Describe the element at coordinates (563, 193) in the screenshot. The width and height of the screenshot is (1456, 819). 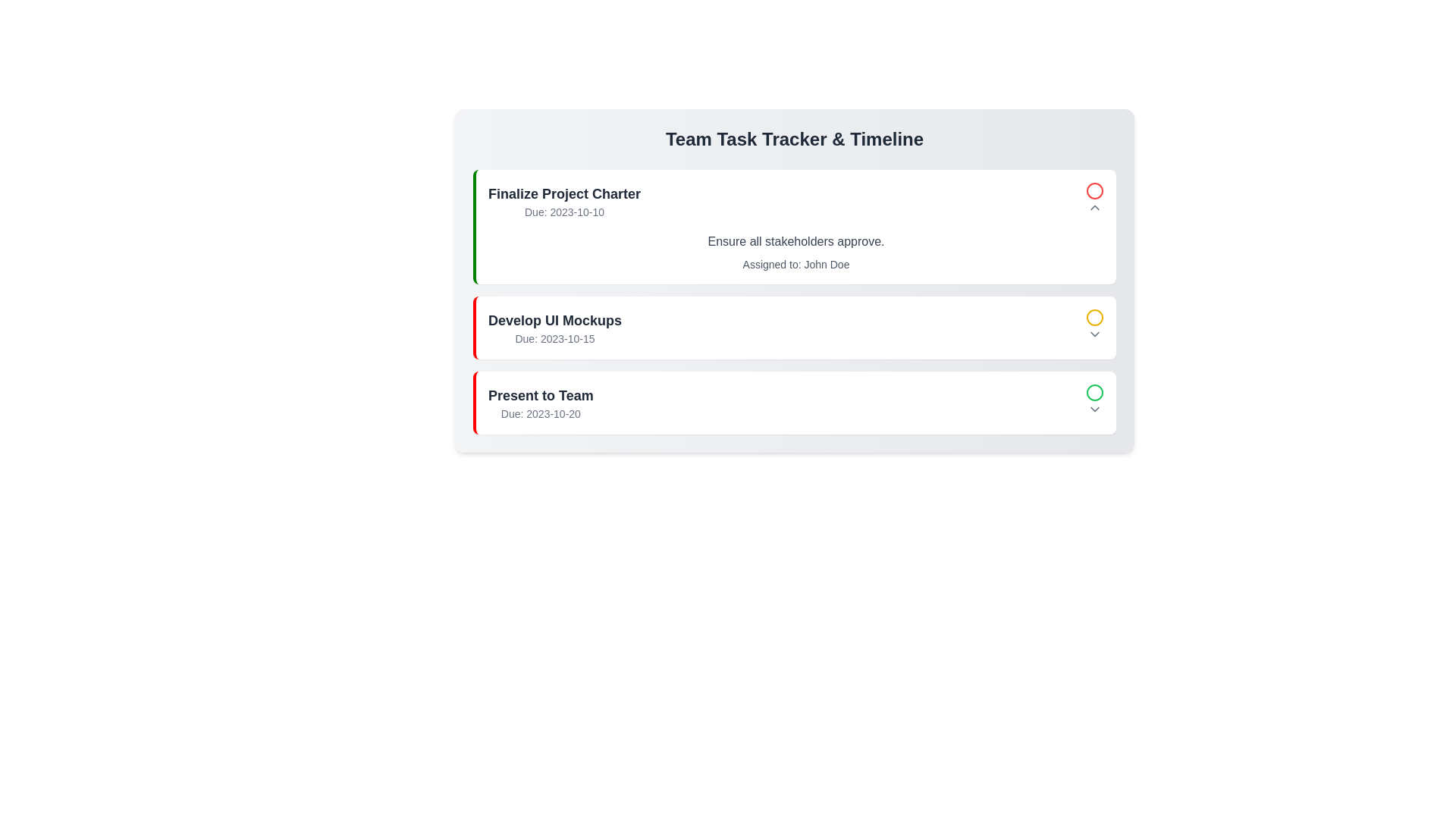
I see `text from the title label located in the top-left corner of a green-bordered task card, which summarizes the purpose or description of the task` at that location.